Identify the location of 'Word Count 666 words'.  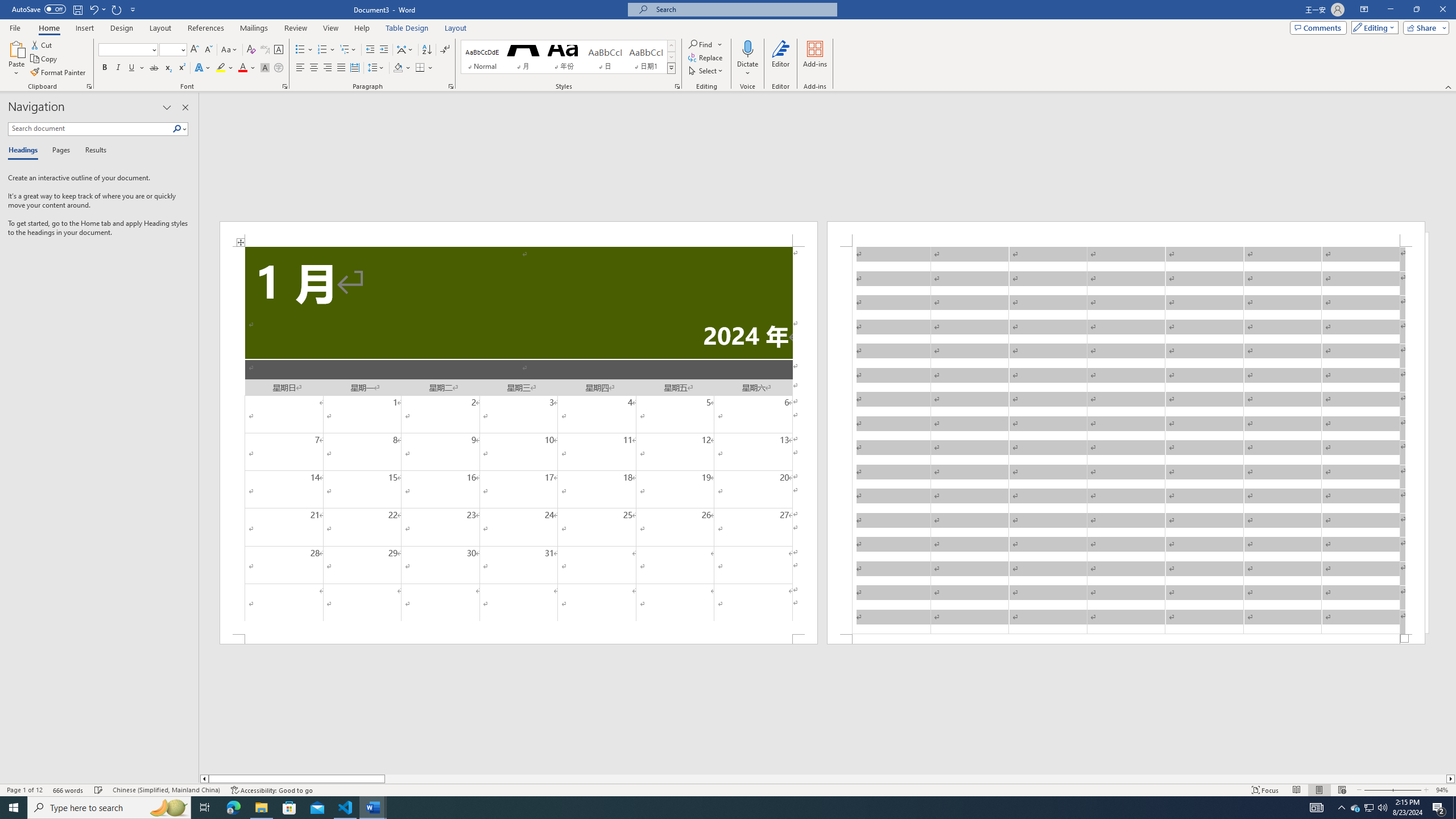
(69, 790).